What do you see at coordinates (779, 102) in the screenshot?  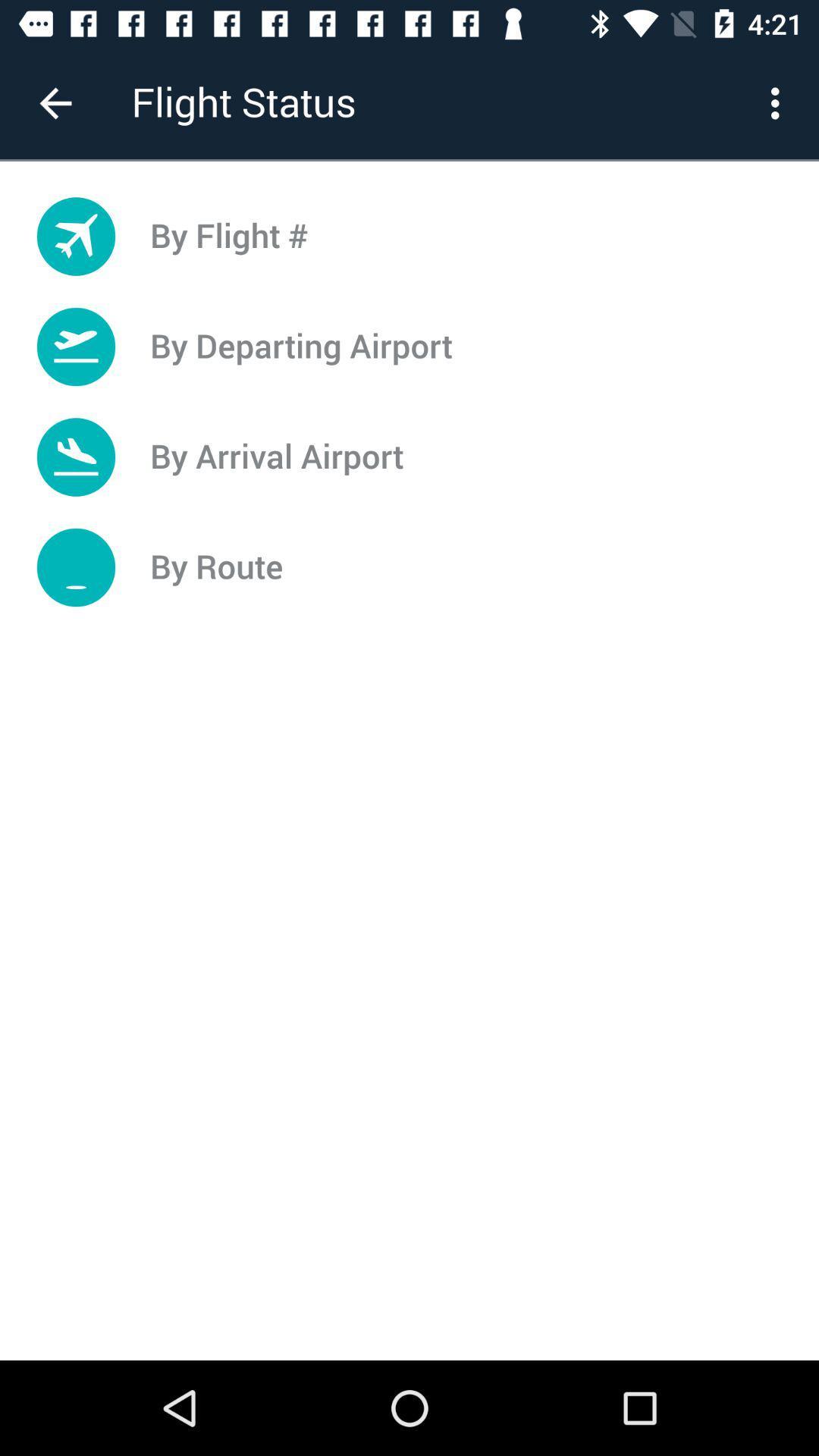 I see `item to the right of the flight status item` at bounding box center [779, 102].